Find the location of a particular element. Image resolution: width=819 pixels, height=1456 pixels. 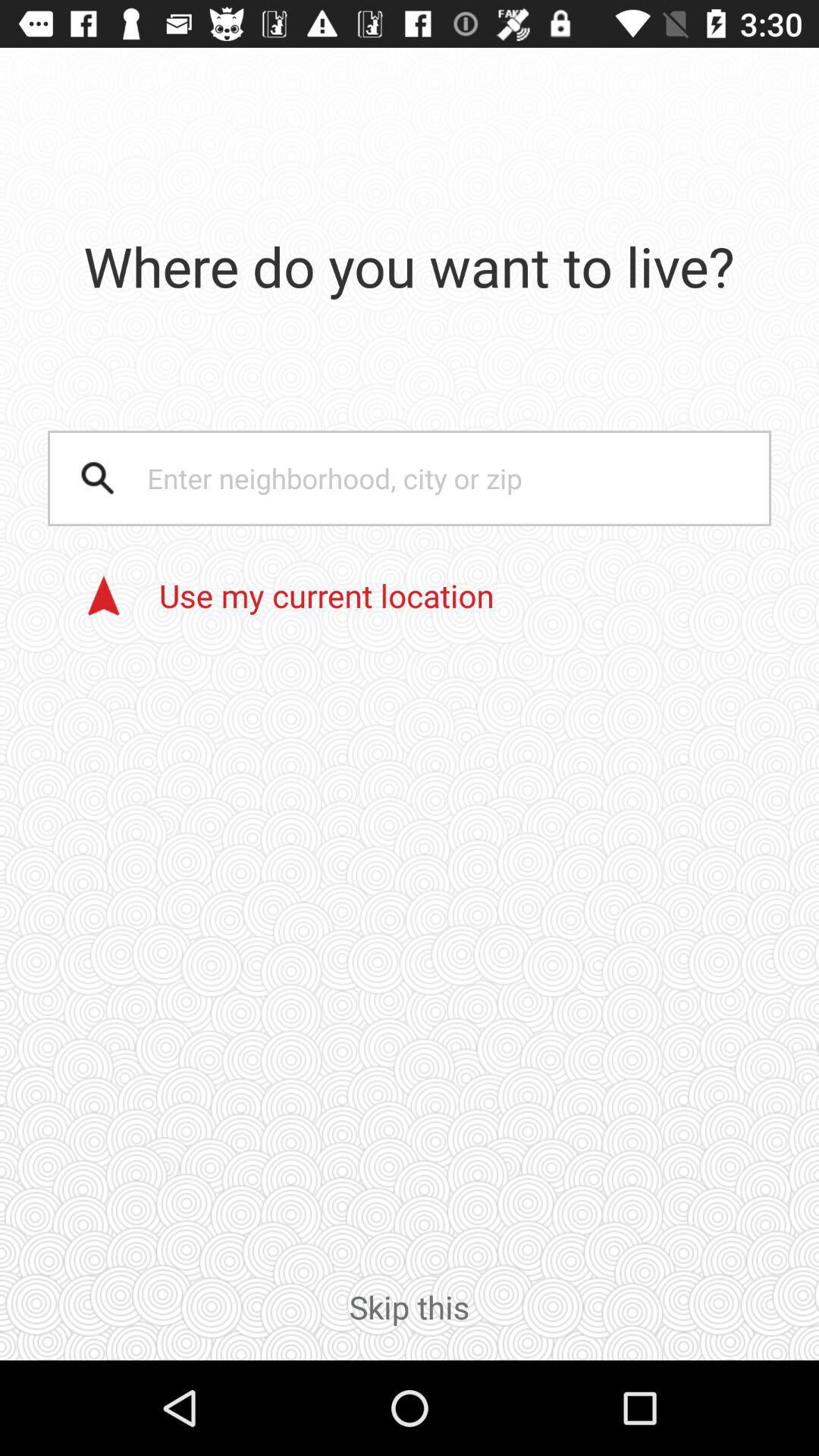

skip this is located at coordinates (409, 1322).